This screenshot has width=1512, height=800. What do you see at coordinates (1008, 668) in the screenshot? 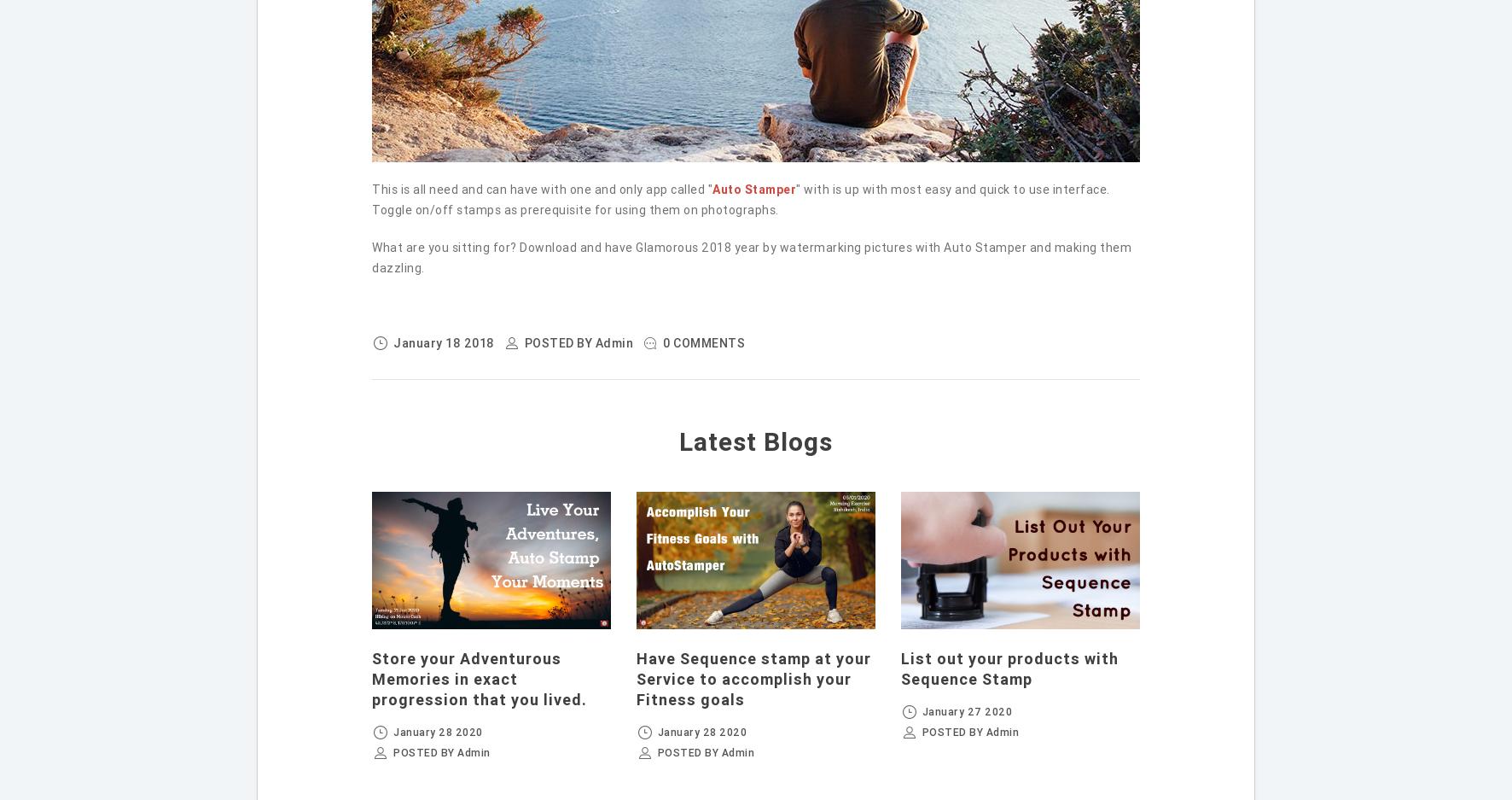
I see `'List out your products with Sequence Stamp'` at bounding box center [1008, 668].